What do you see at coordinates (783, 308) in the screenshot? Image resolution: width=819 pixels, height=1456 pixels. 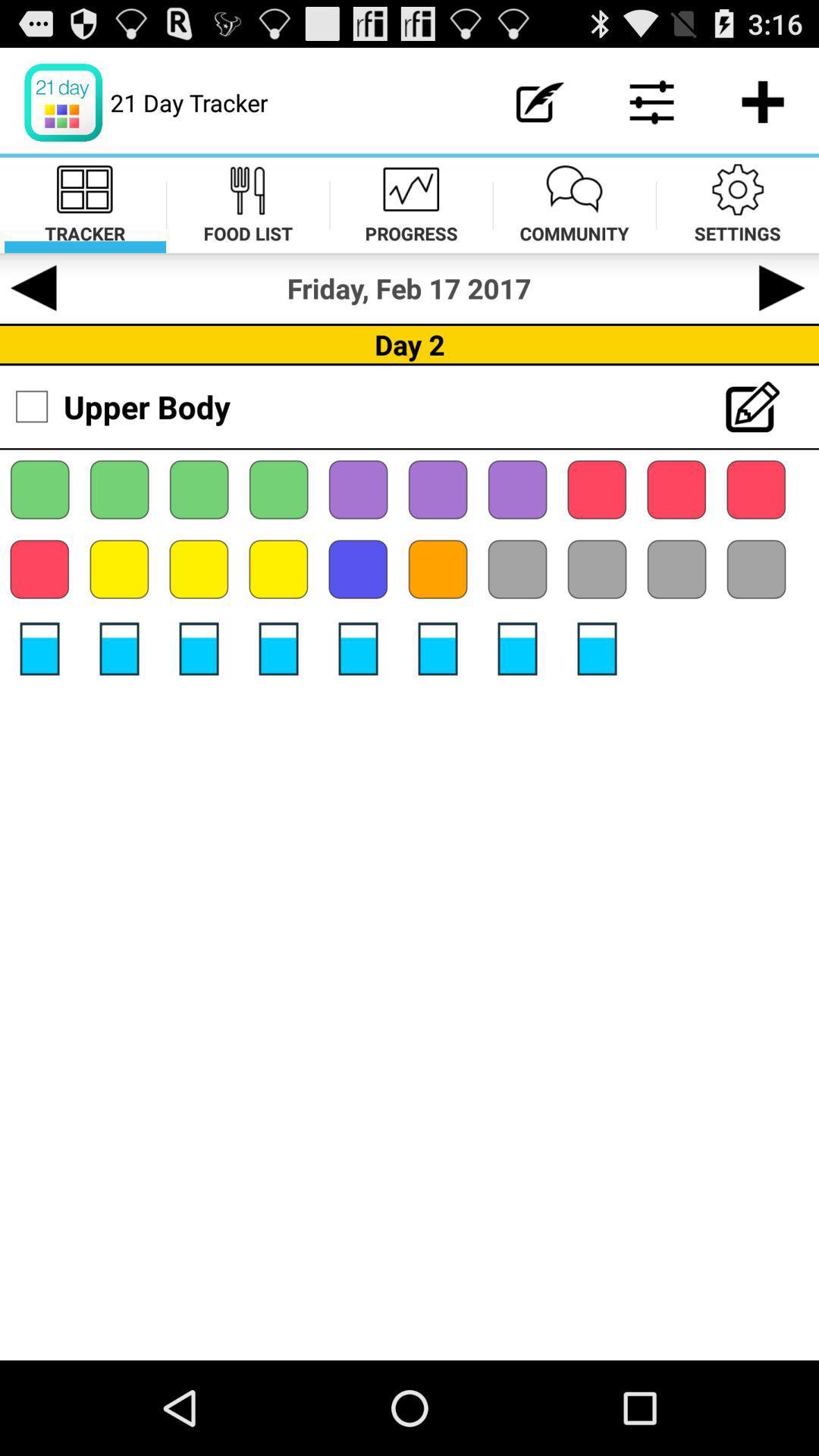 I see `the play icon` at bounding box center [783, 308].